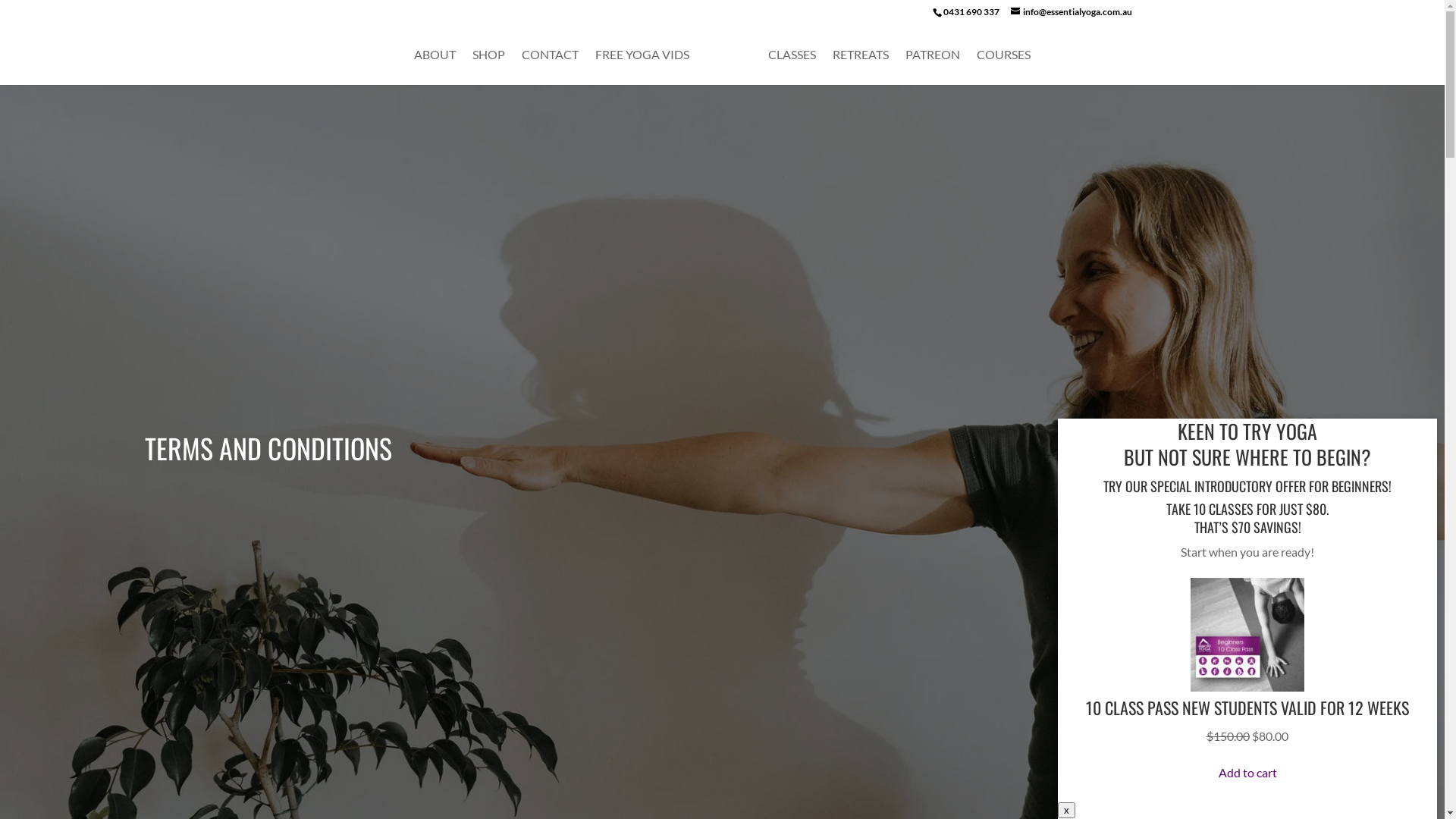  What do you see at coordinates (1247, 772) in the screenshot?
I see `'Add to cart'` at bounding box center [1247, 772].